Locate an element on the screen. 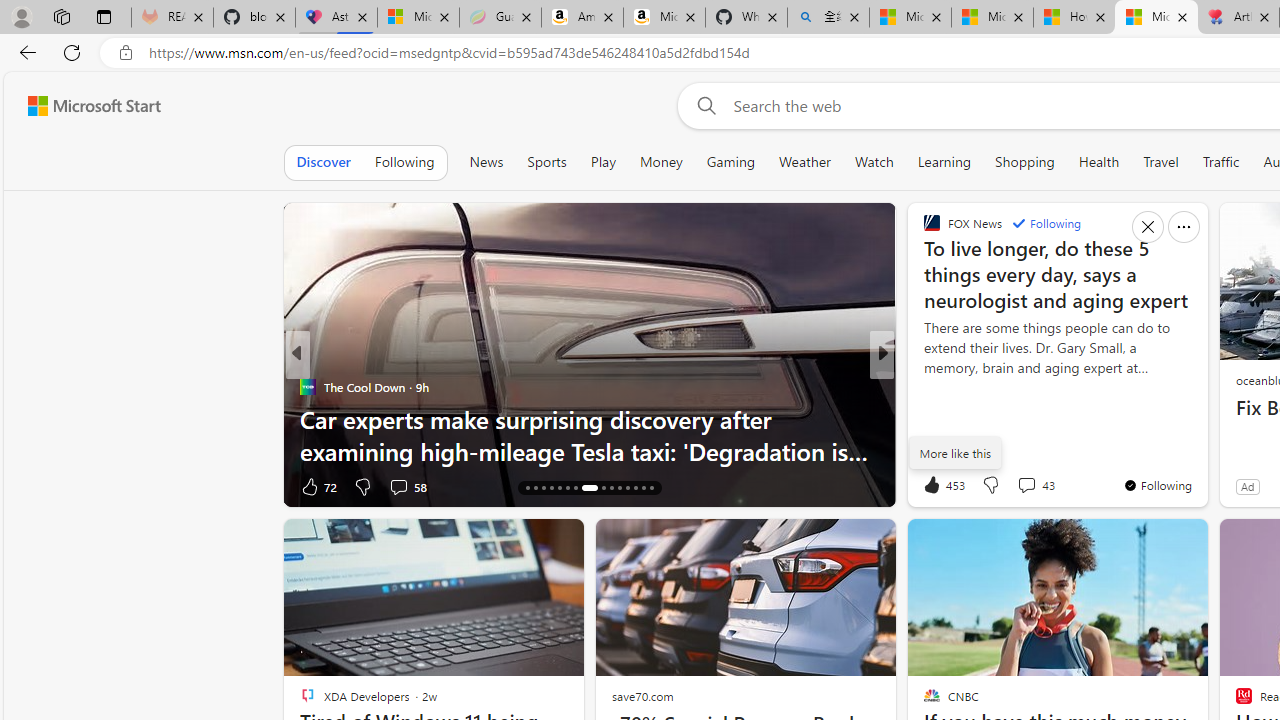  'AutomationID: tab-29' is located at coordinates (643, 488).